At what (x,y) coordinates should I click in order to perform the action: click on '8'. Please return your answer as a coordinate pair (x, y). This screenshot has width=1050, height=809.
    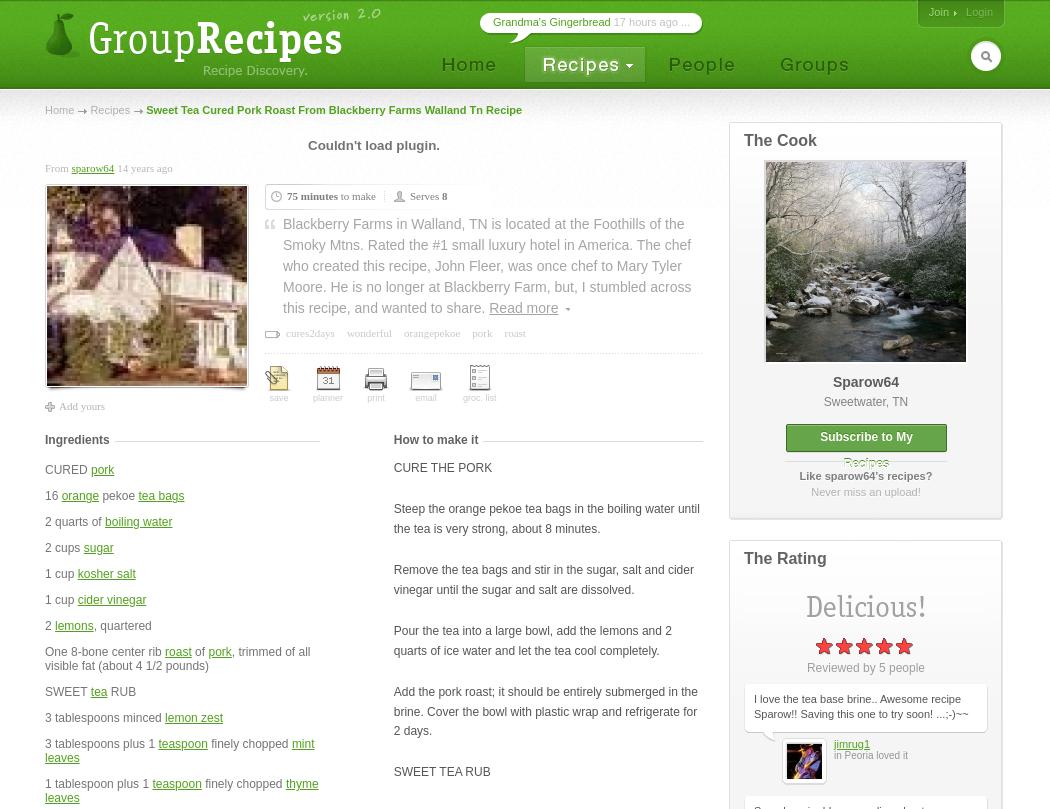
    Looking at the image, I should click on (443, 195).